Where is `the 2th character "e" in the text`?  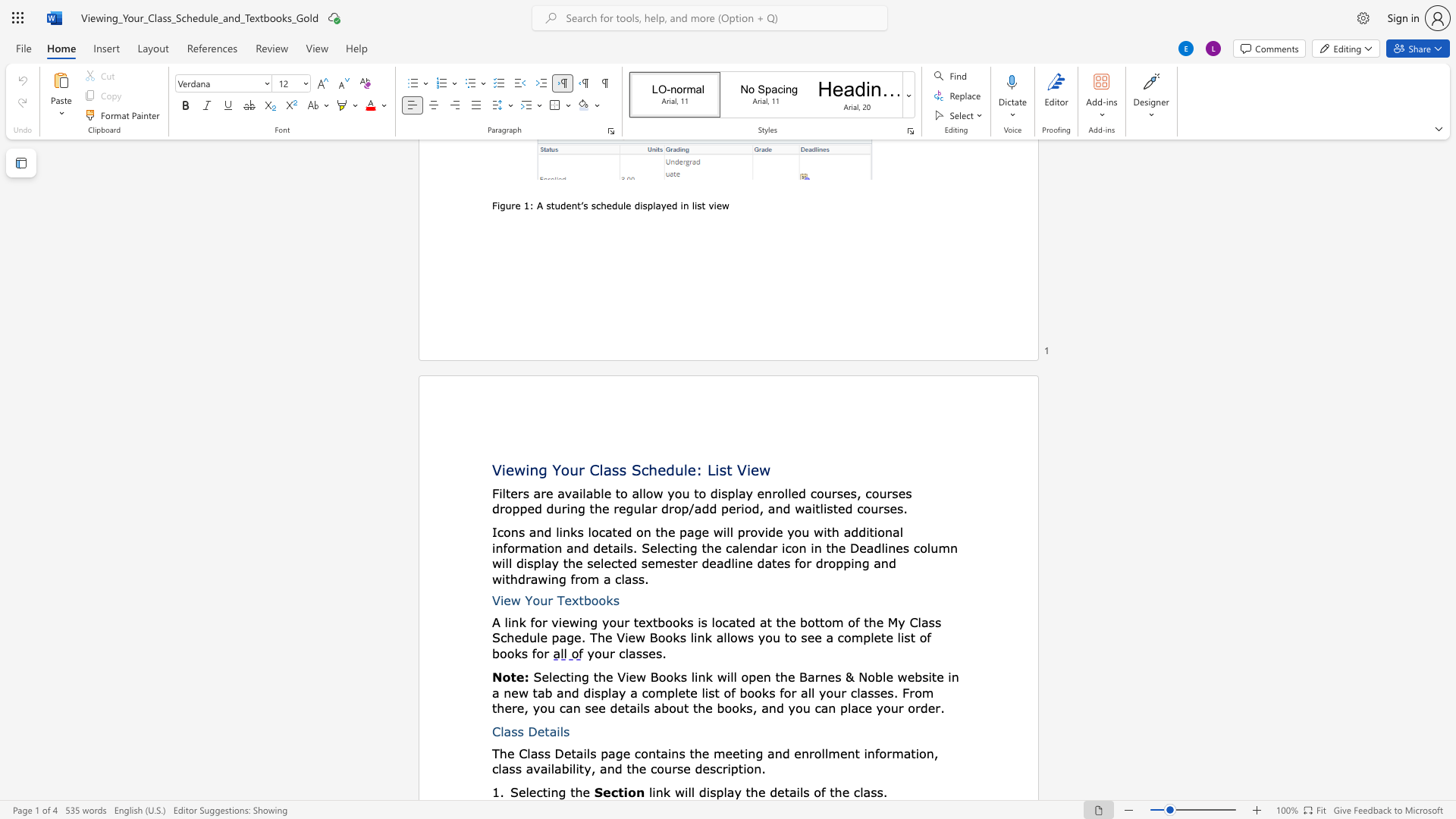
the 2th character "e" in the text is located at coordinates (566, 753).